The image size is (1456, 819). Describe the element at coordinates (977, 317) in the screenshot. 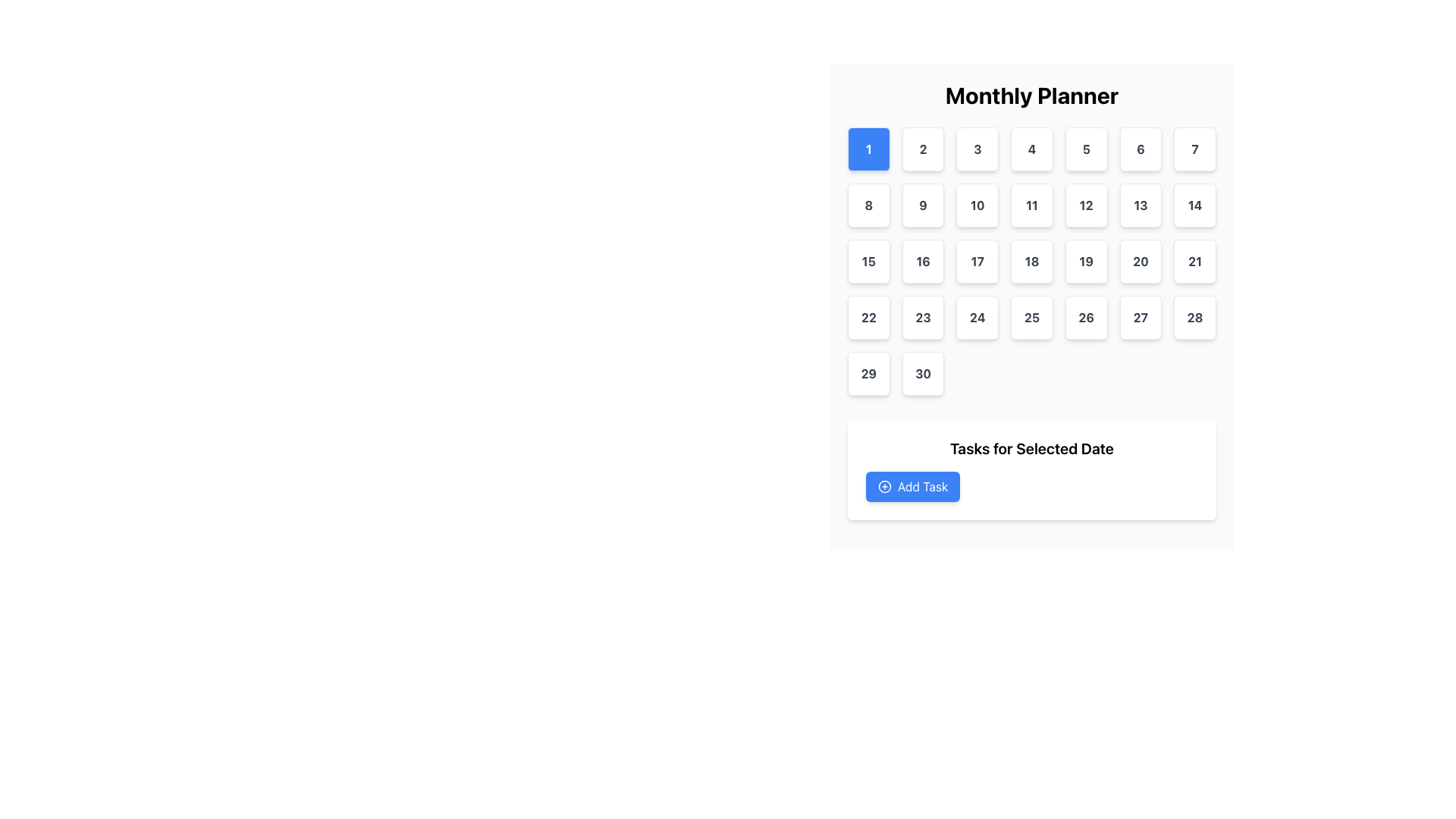

I see `the interactive day cell button representing the date '24' in the calendar grid layout` at that location.